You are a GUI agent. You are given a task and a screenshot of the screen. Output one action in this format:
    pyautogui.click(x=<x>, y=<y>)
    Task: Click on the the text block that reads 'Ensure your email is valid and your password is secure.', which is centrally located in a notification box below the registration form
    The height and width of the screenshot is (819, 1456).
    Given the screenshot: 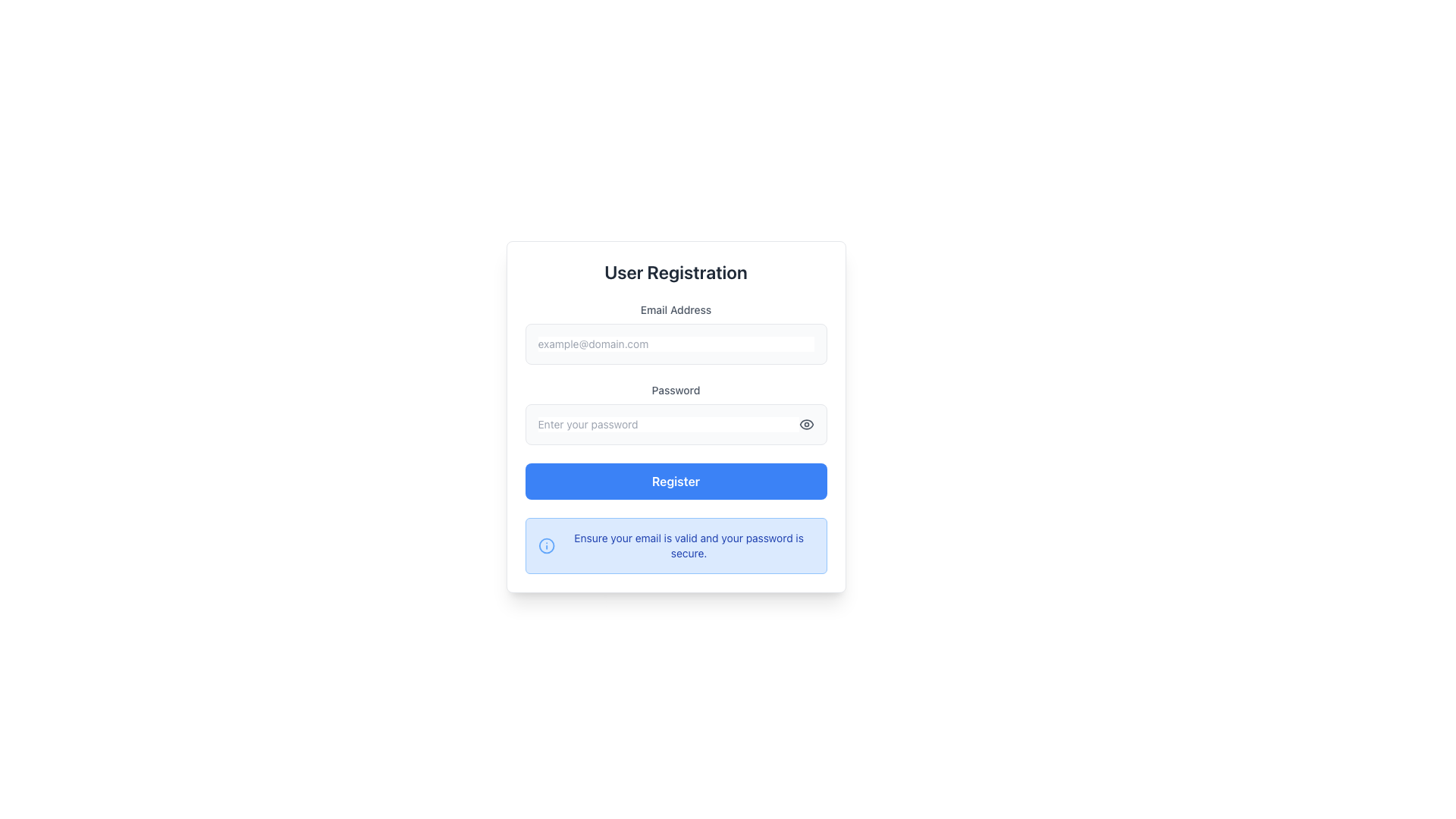 What is the action you would take?
    pyautogui.click(x=688, y=546)
    